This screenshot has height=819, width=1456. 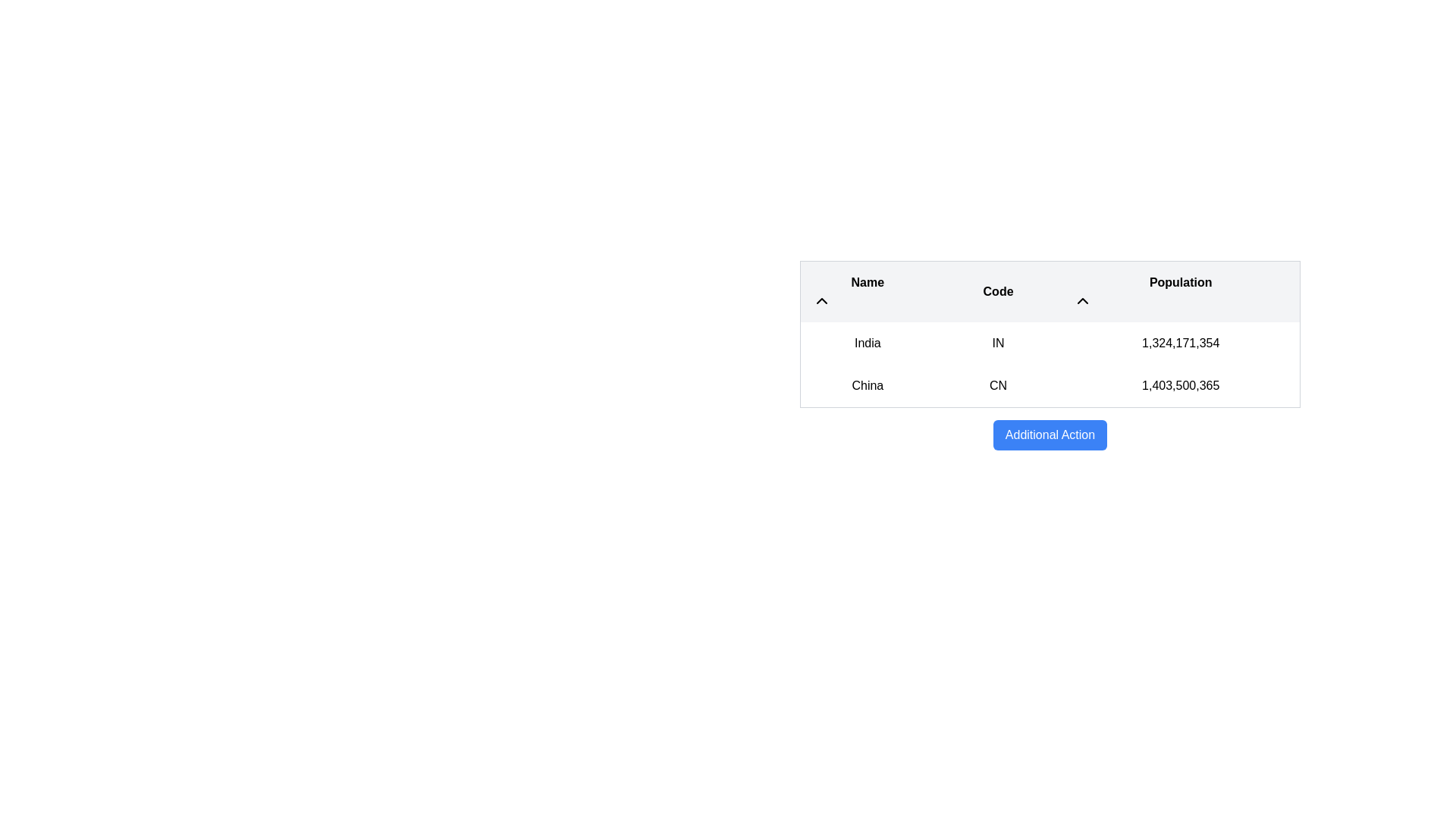 What do you see at coordinates (868, 385) in the screenshot?
I see `the 'China' text element in the second row of the table` at bounding box center [868, 385].